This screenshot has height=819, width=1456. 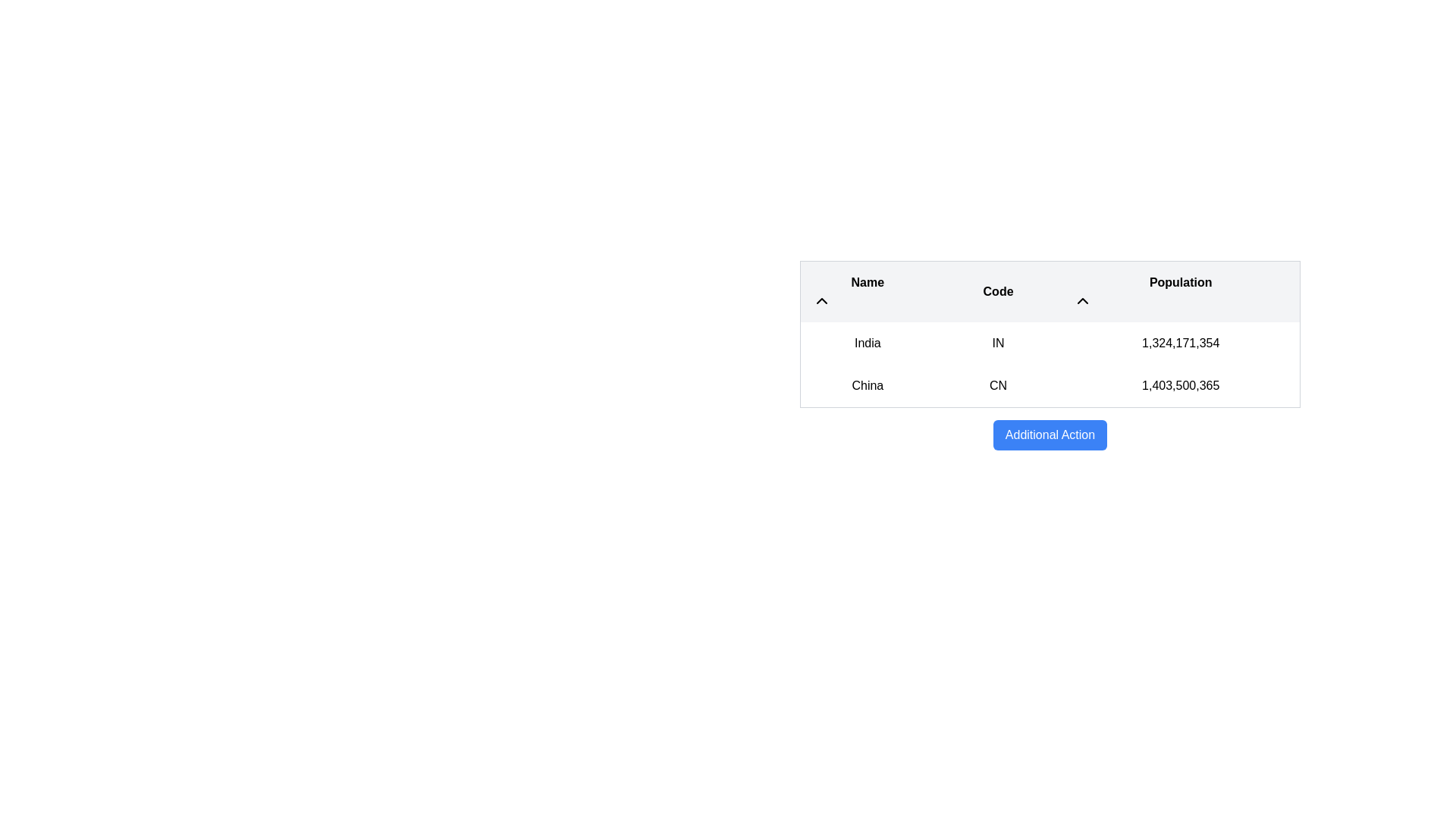 What do you see at coordinates (868, 385) in the screenshot?
I see `the 'China' text element in the second row of the table` at bounding box center [868, 385].